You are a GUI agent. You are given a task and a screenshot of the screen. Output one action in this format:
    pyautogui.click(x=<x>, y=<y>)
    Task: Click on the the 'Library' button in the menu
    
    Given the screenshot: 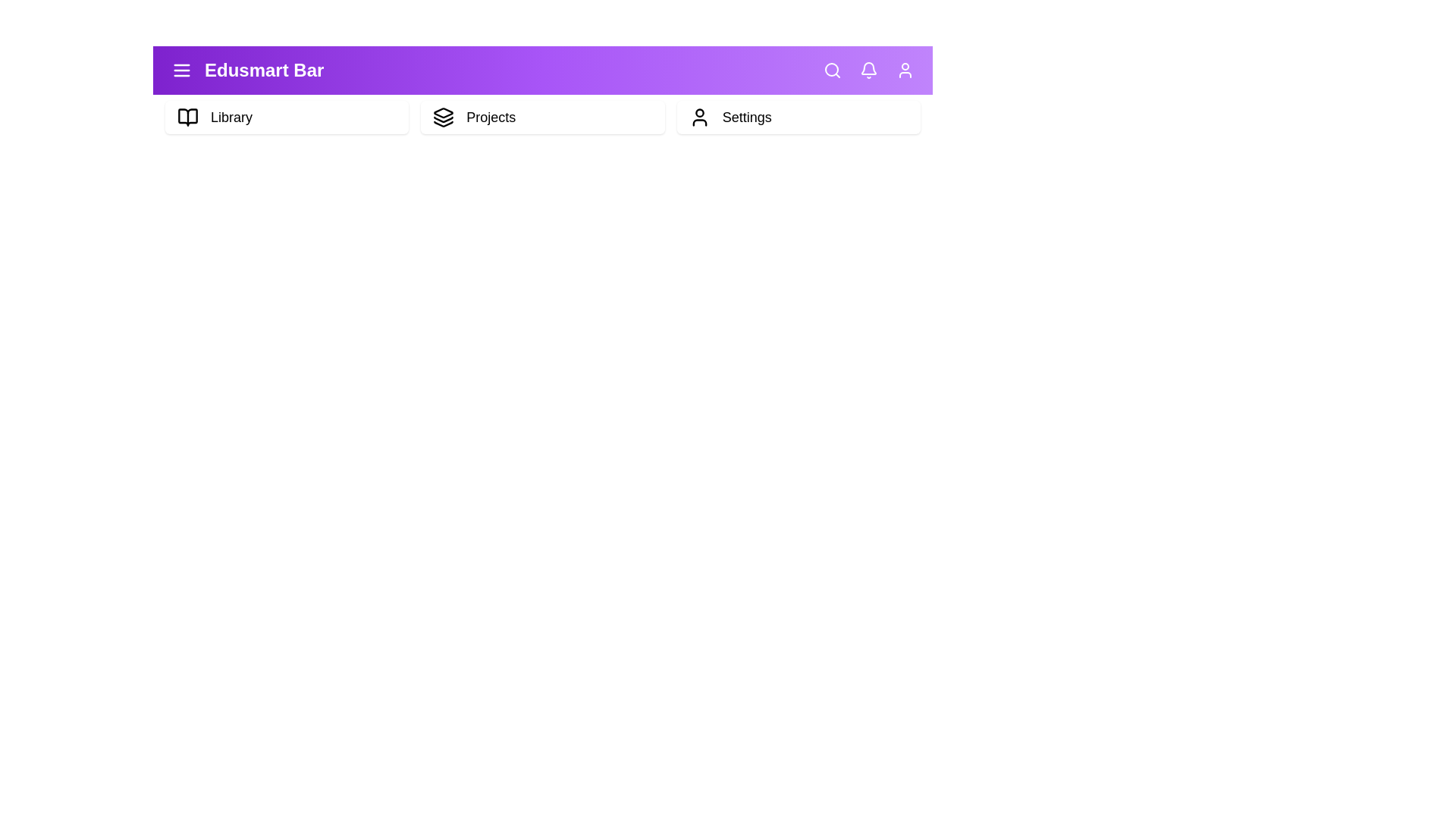 What is the action you would take?
    pyautogui.click(x=287, y=116)
    